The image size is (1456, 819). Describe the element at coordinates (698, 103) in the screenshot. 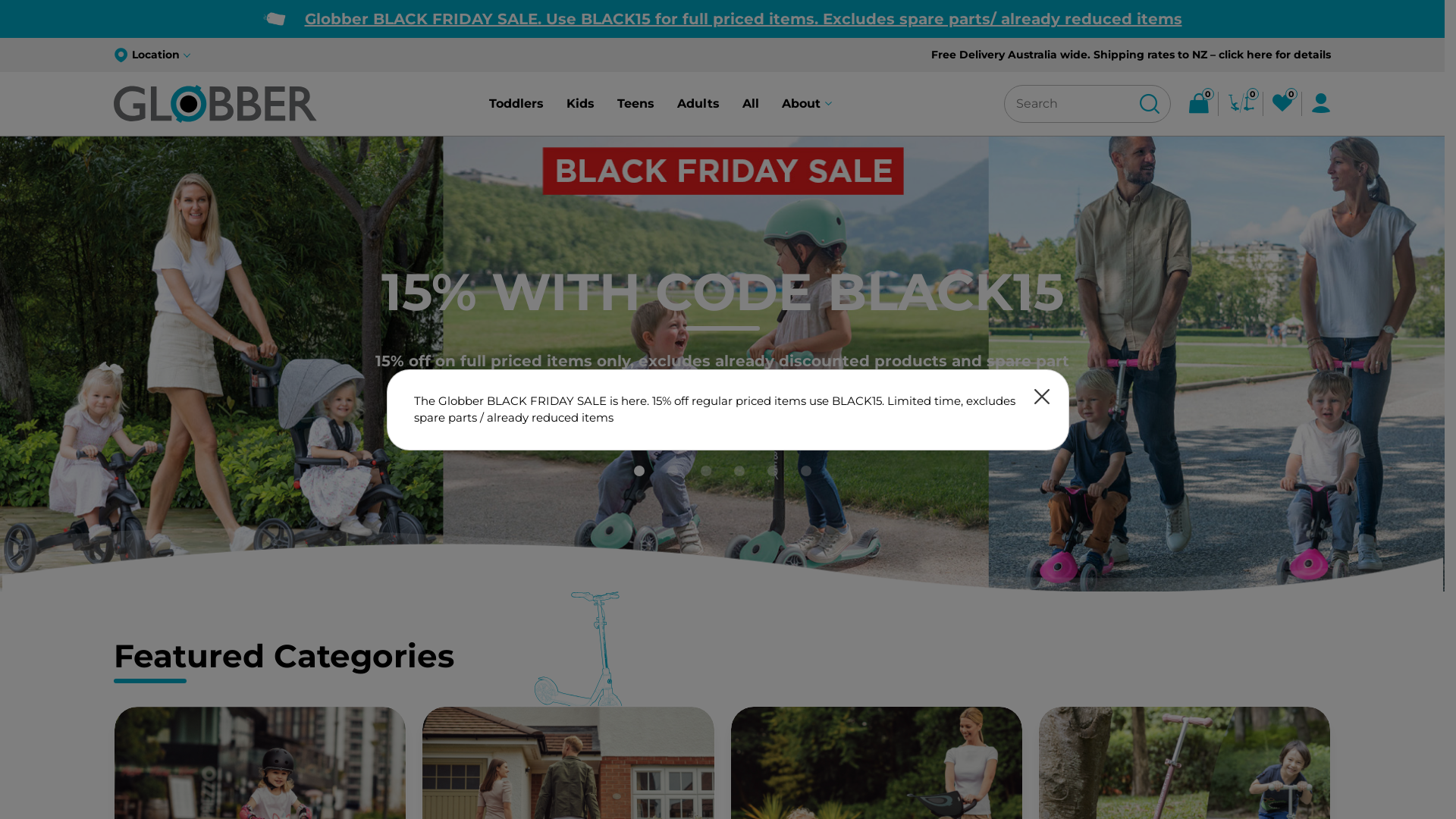

I see `'Adults'` at that location.